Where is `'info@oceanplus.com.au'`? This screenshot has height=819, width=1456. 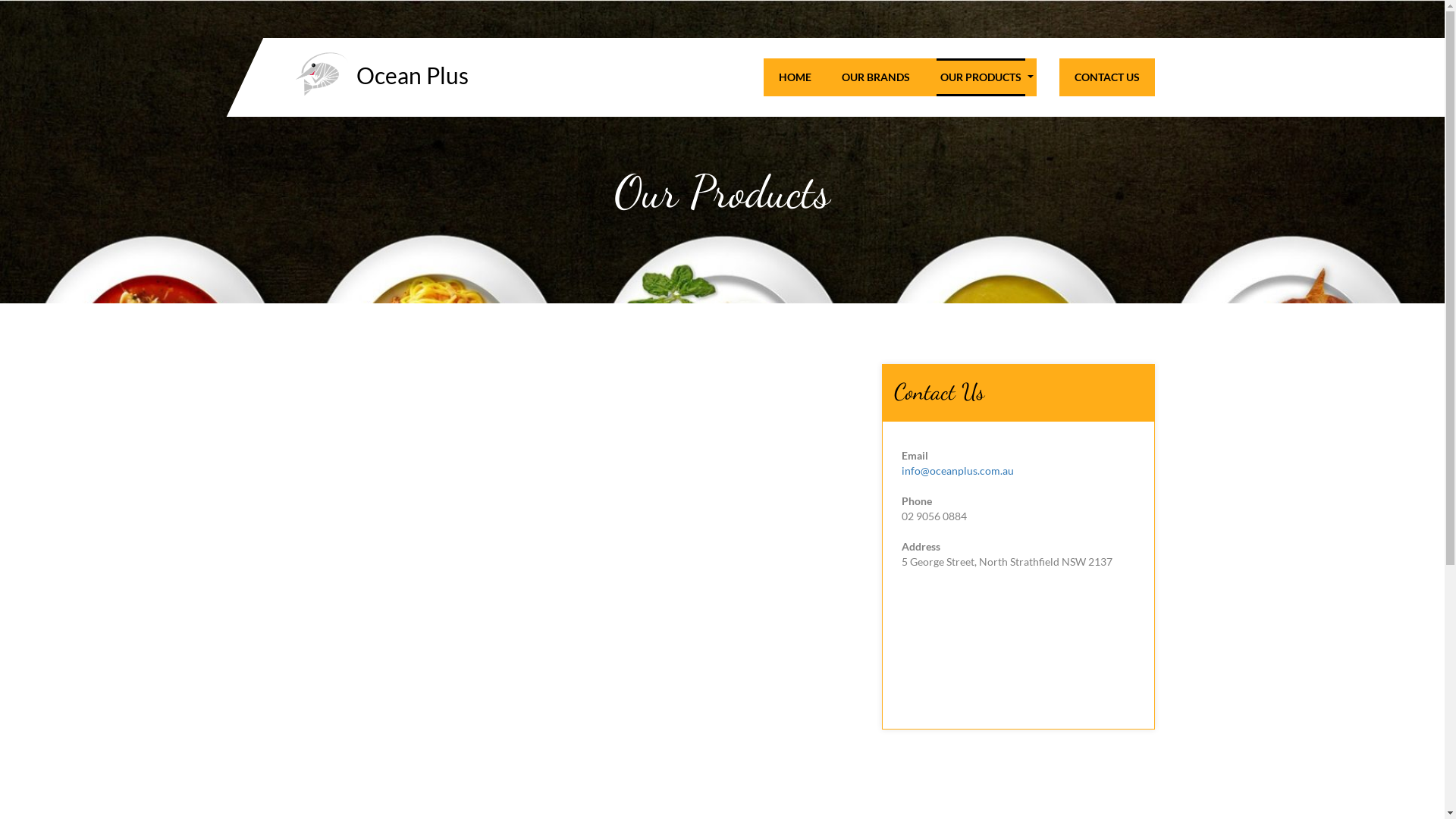
'info@oceanplus.com.au' is located at coordinates (956, 469).